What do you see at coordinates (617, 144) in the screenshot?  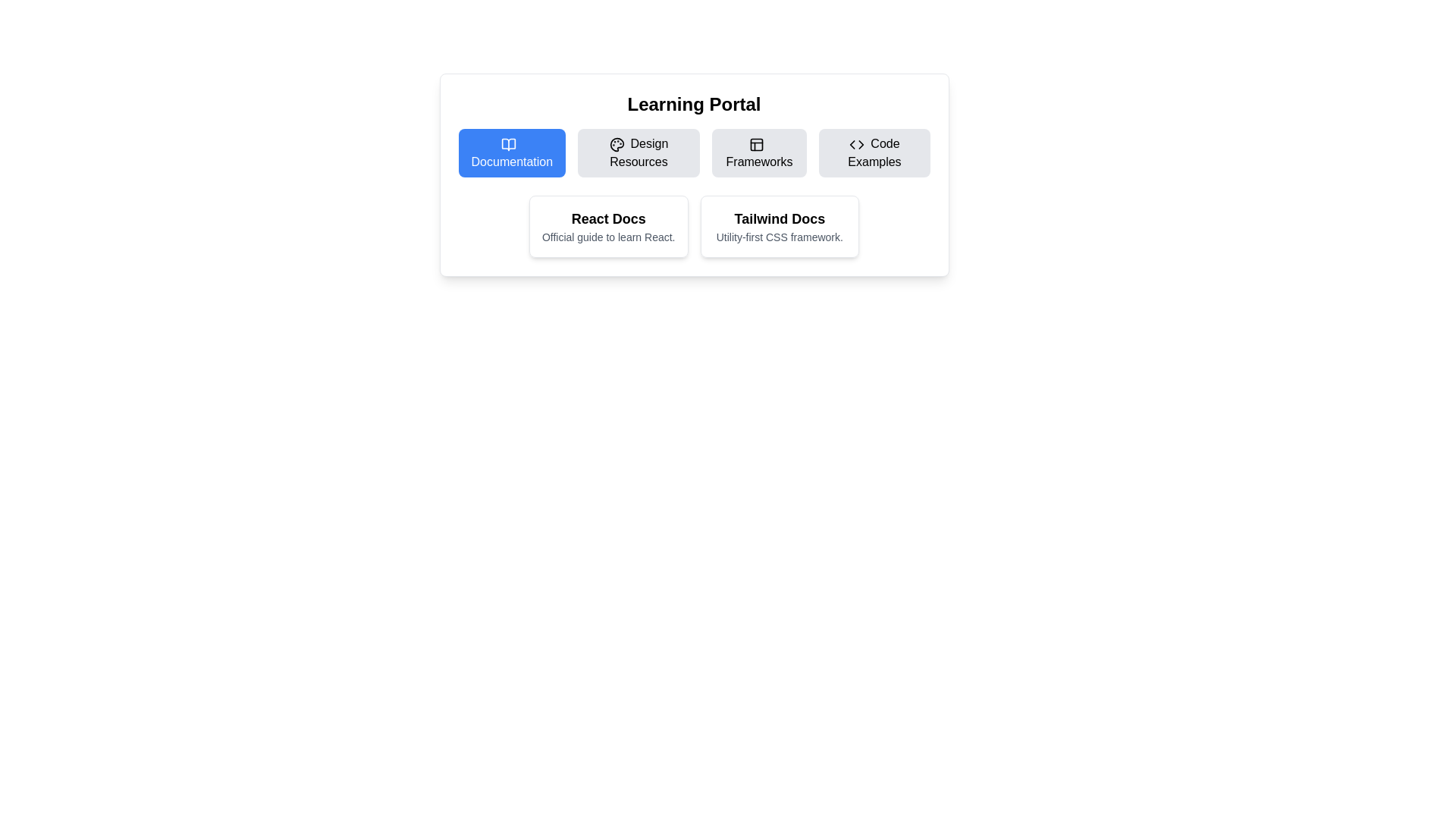 I see `the palette icon representing the 'Design Resources' button, which is part of a horizontal button menu at the top of the interface` at bounding box center [617, 144].